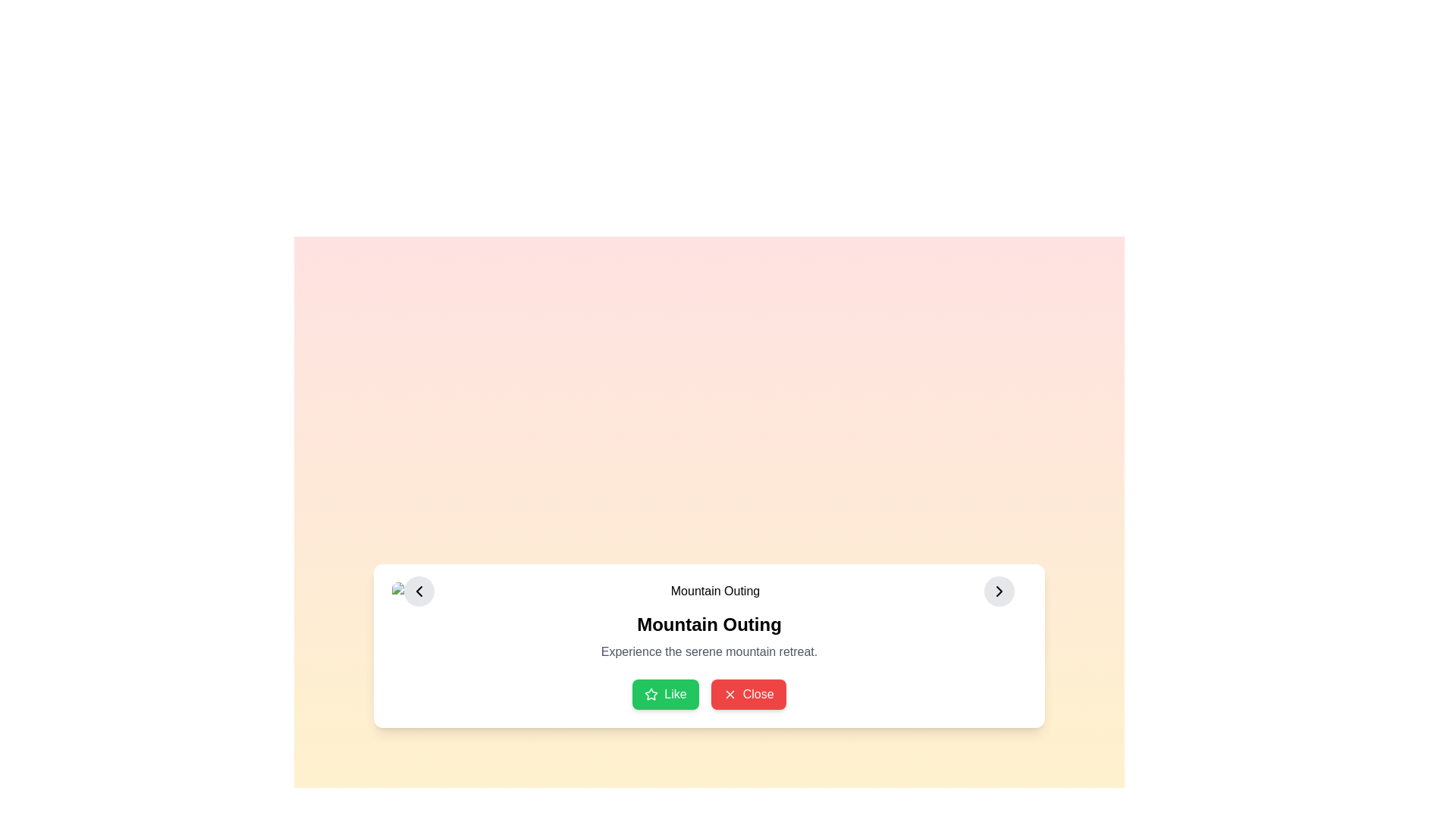  Describe the element at coordinates (999, 590) in the screenshot. I see `the right-pointing chevron icon within the circular button located at the top right corner of the rectangular card interface` at that location.